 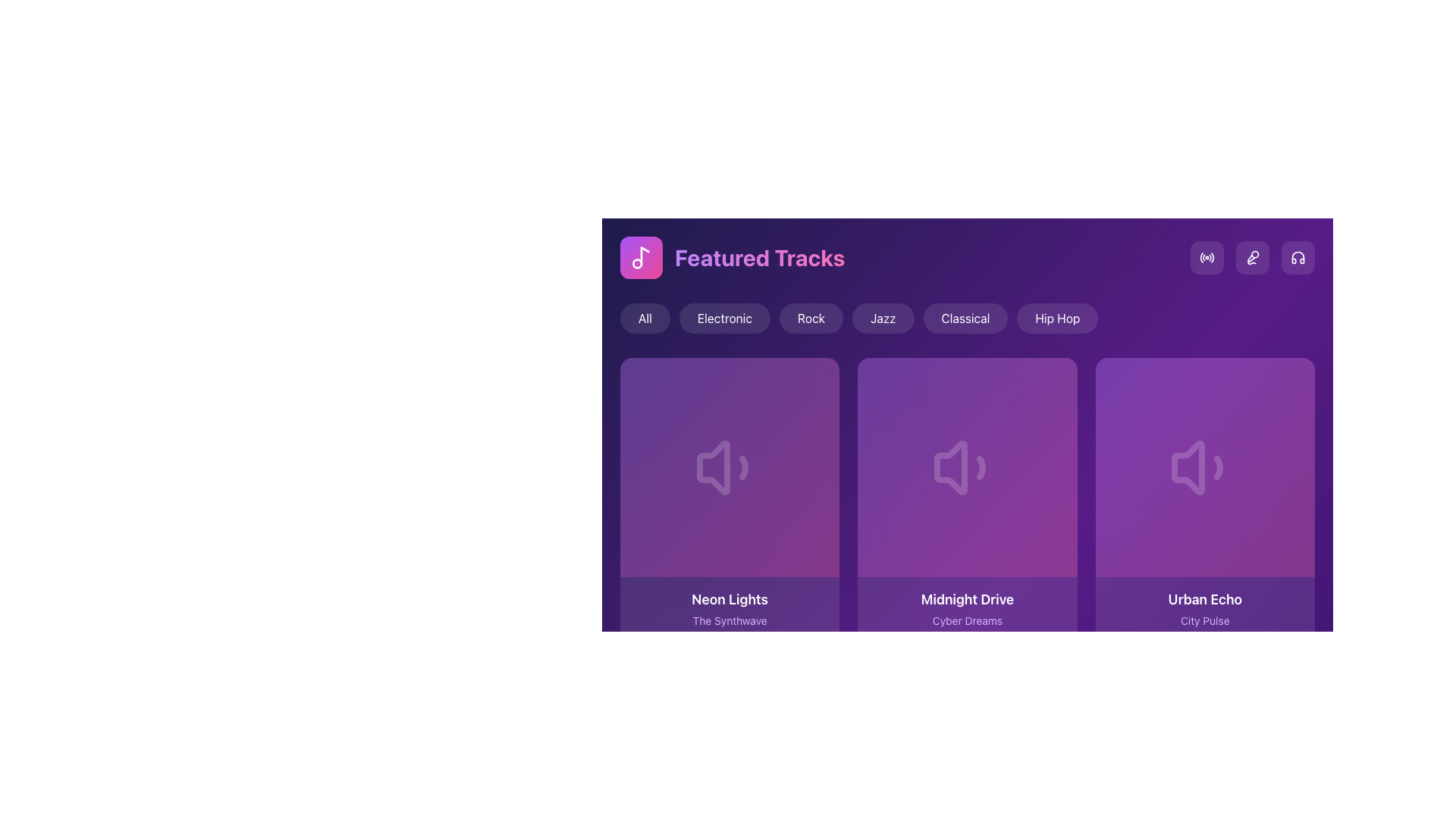 I want to click on the speaker icon with sound waves, located at the center of the first card in the 'Neon Lights' card list, so click(x=730, y=466).